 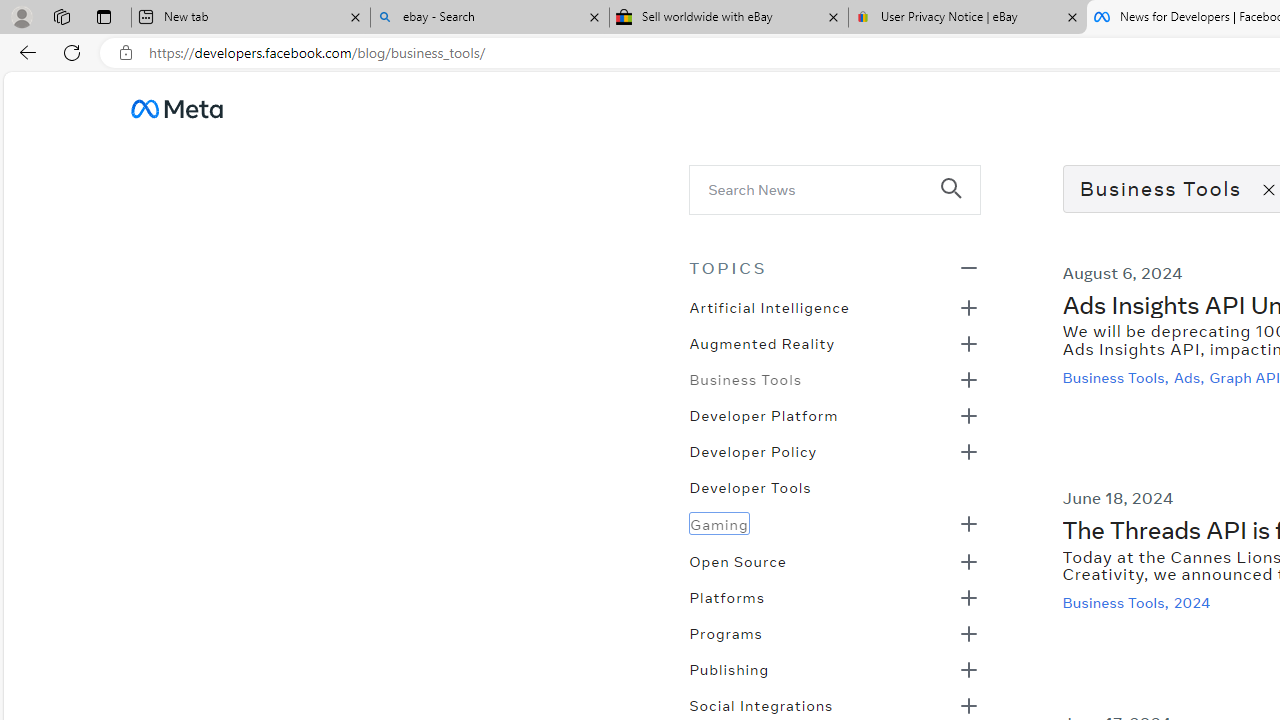 I want to click on 'Developer Policy', so click(x=752, y=450).